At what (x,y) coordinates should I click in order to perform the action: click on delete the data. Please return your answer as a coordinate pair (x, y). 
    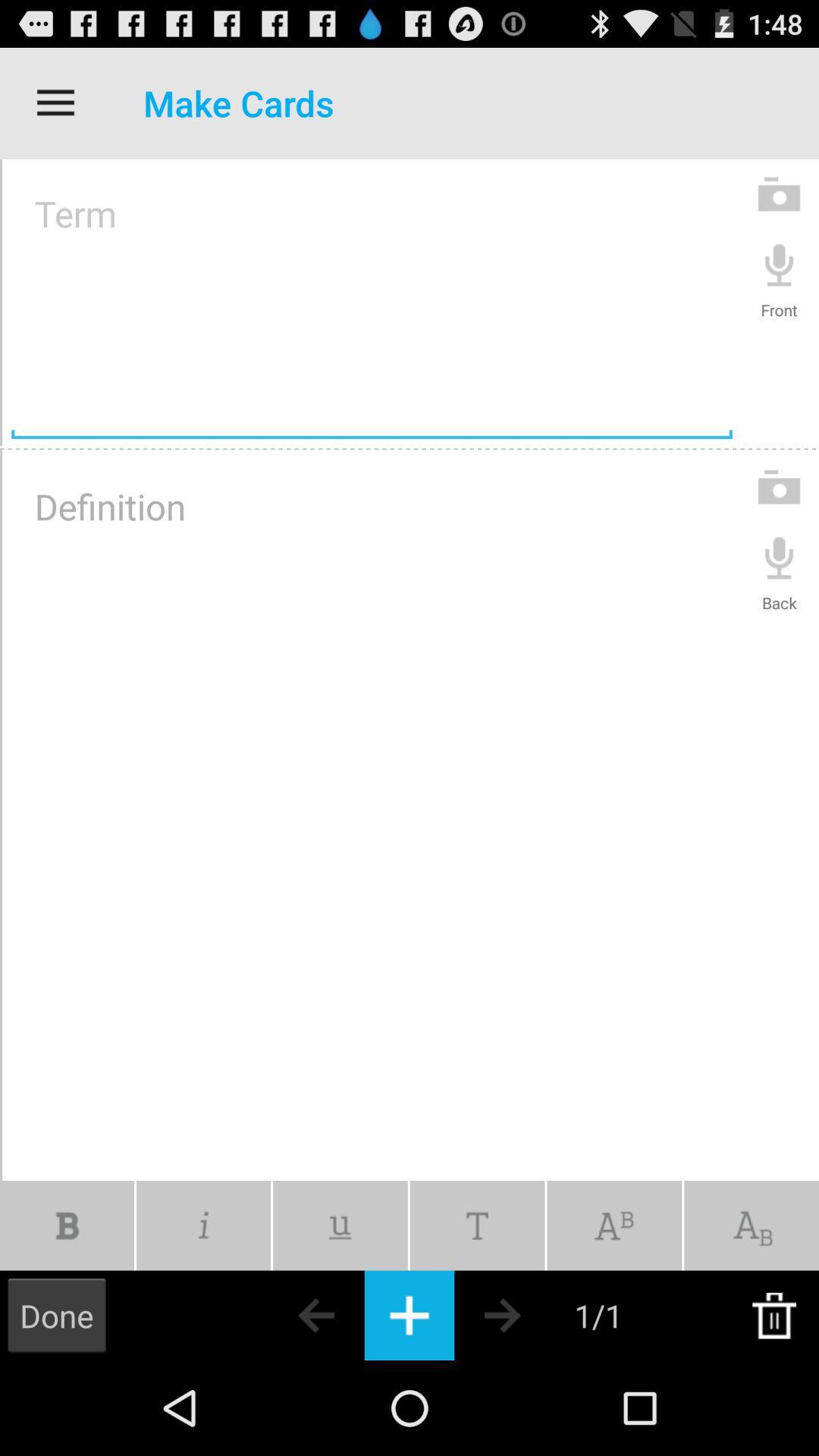
    Looking at the image, I should click on (773, 1314).